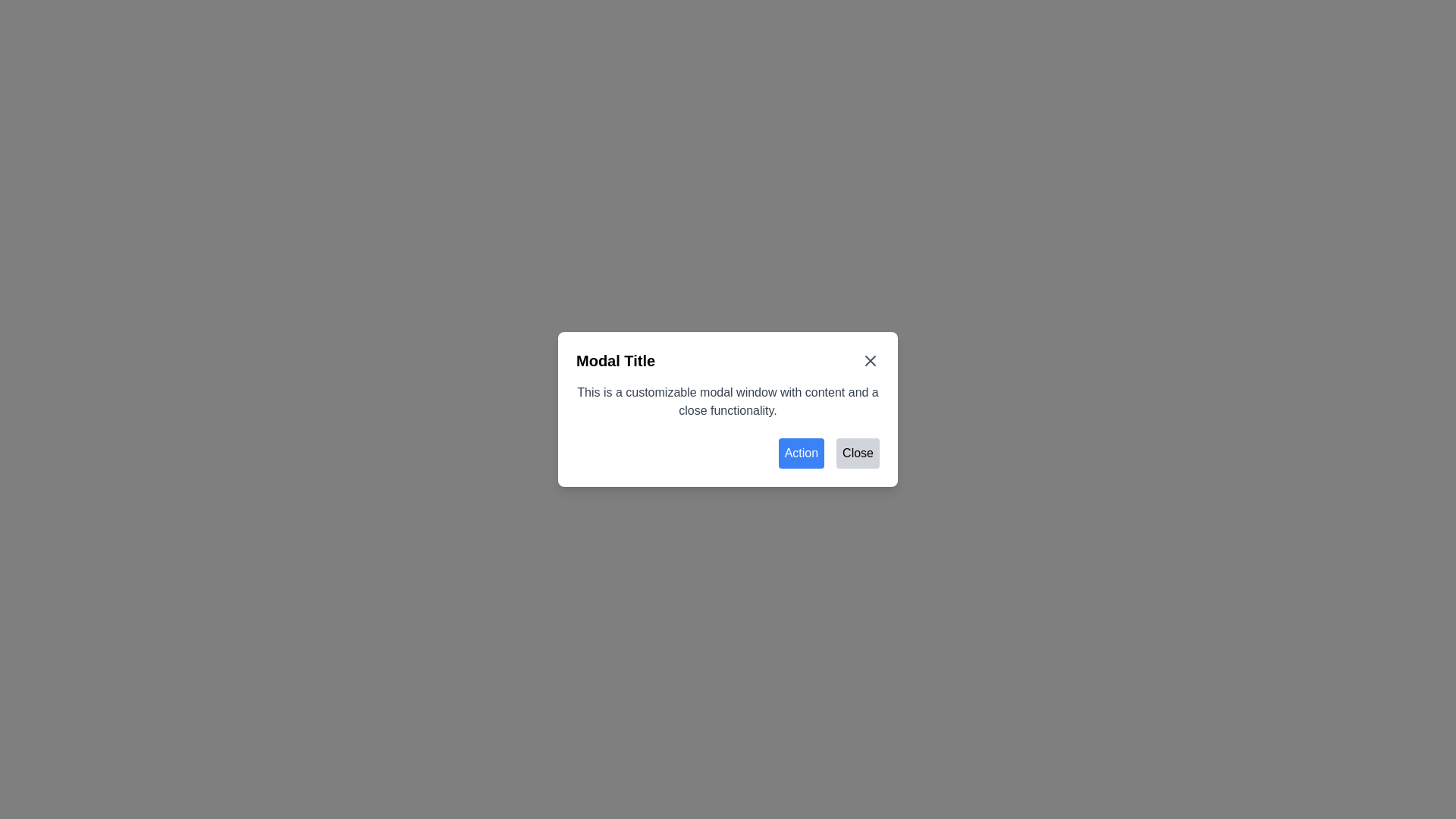  What do you see at coordinates (728, 400) in the screenshot?
I see `the text block that contains the description 'This is a customizable modal window with content and a close functionality.' which is styled with a gray color and positioned centrally within the modal` at bounding box center [728, 400].